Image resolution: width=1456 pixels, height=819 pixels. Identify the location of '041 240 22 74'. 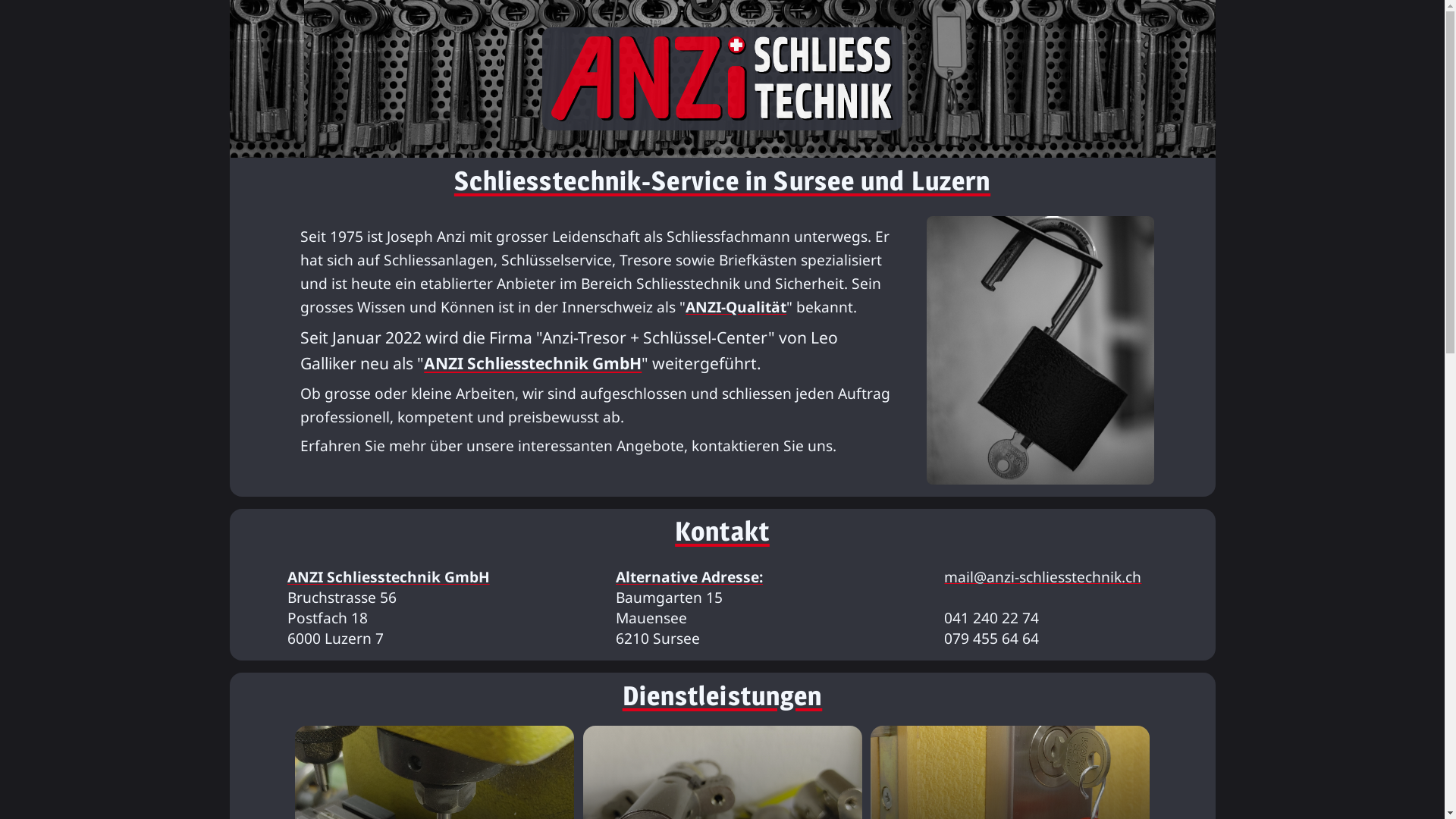
(943, 617).